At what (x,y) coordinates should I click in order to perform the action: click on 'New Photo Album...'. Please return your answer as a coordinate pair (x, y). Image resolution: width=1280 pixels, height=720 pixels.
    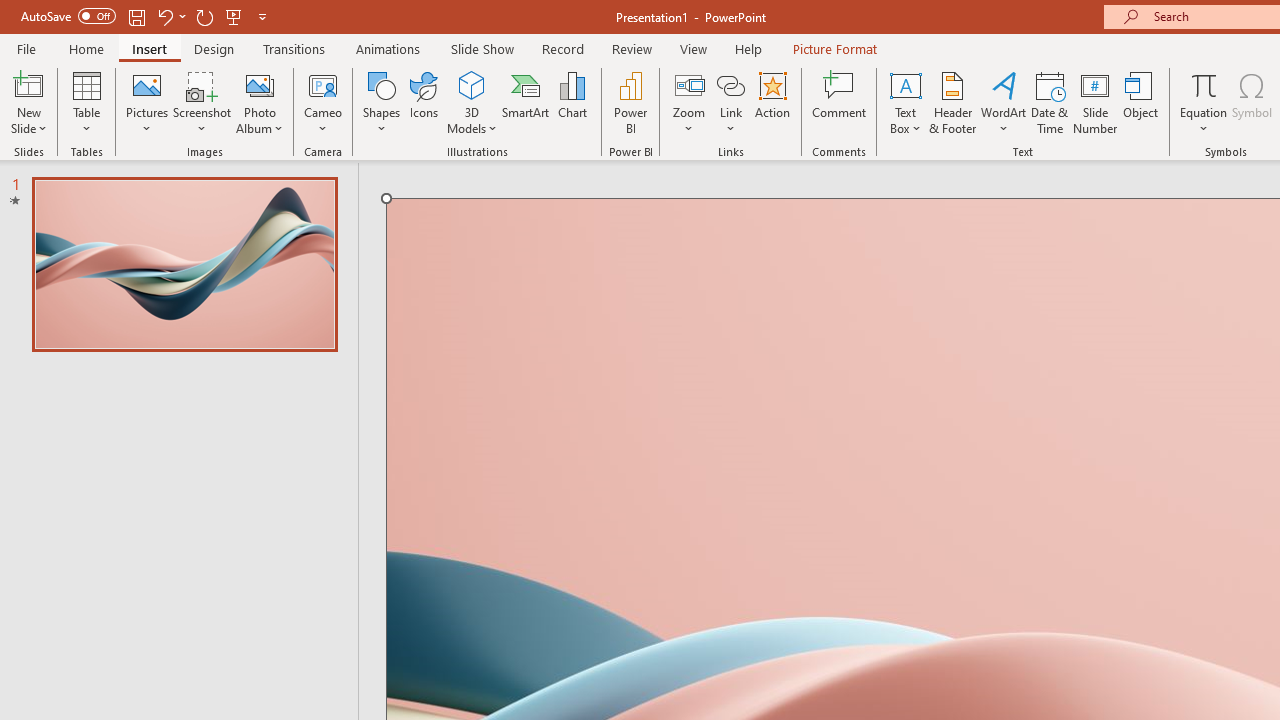
    Looking at the image, I should click on (258, 84).